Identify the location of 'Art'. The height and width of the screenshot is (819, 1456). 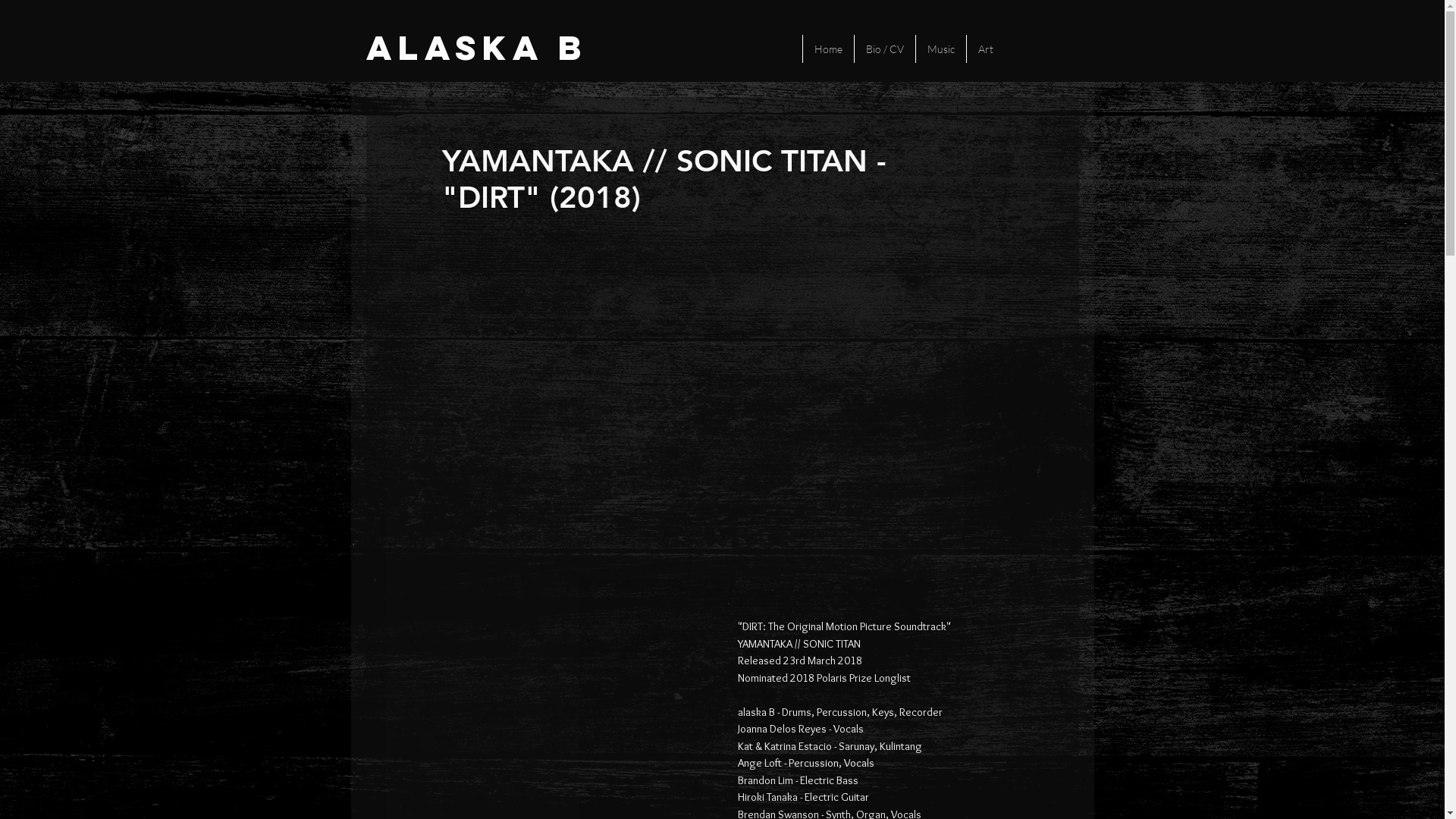
(965, 48).